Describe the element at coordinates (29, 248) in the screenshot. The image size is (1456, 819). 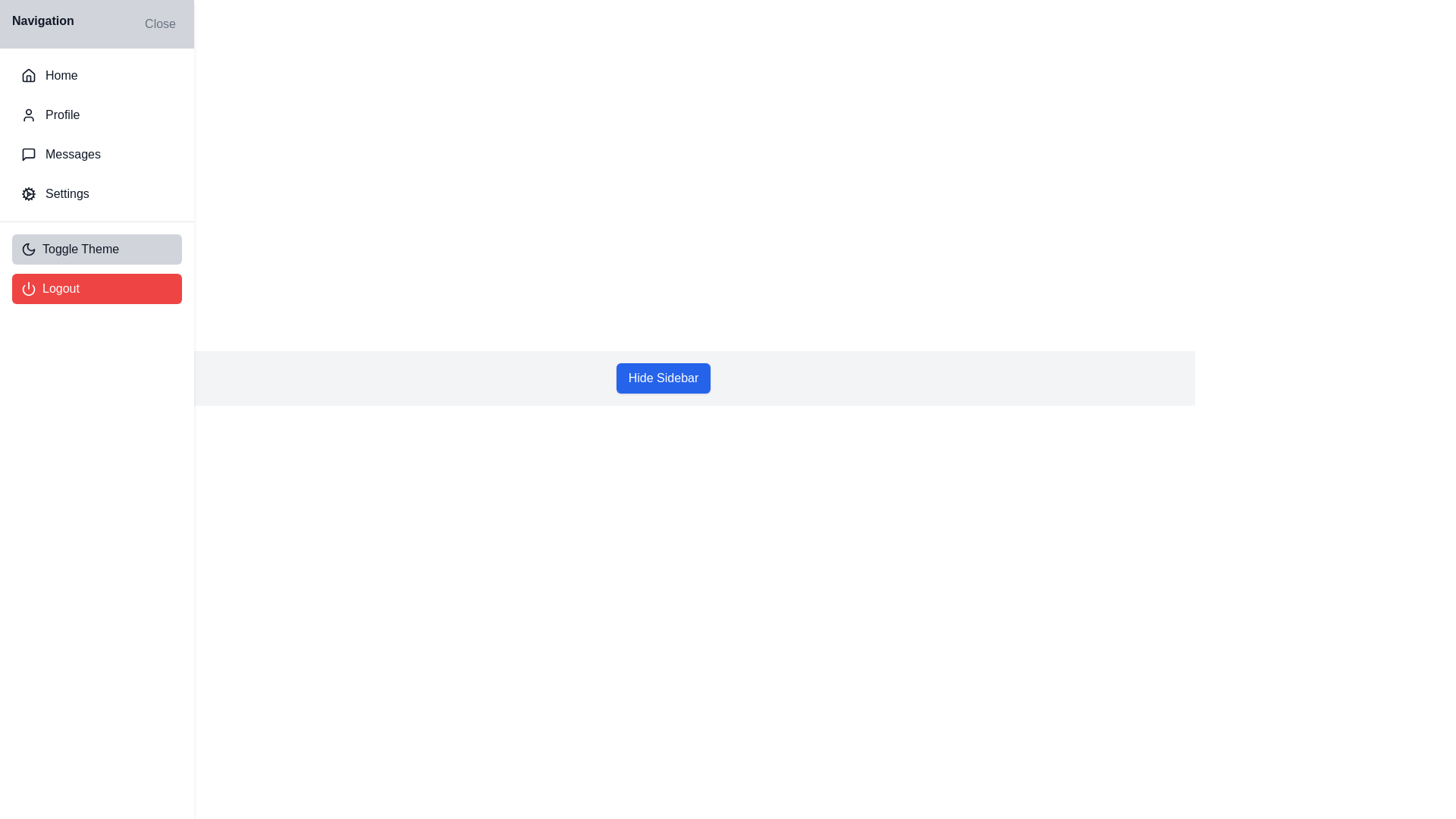
I see `the crescent moon icon that represents the dark mode toggle, located inside the 'Toggle Theme' button, to the left of the button's label text` at that location.